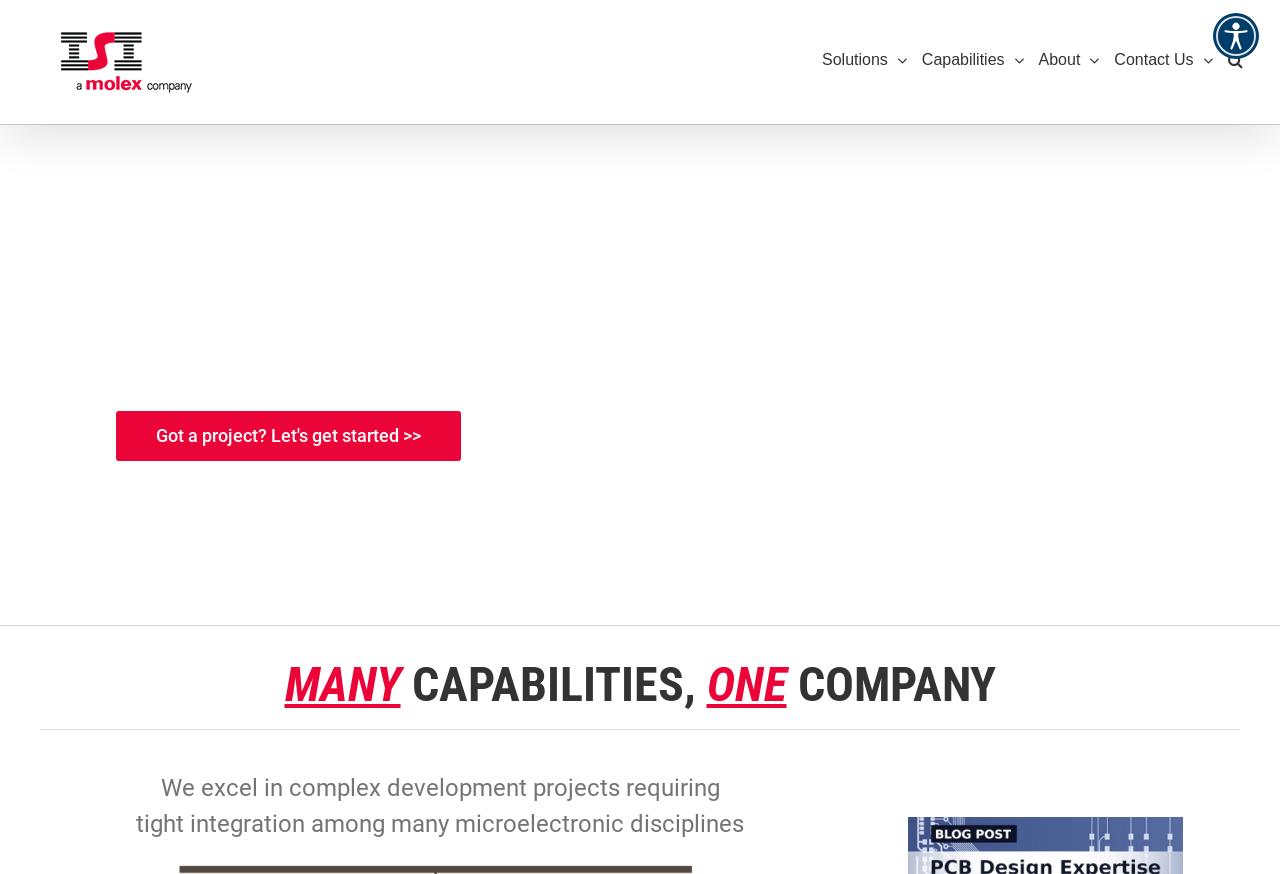 The height and width of the screenshot is (874, 1280). I want to click on 'We excel in complex development projects requiring', so click(160, 786).